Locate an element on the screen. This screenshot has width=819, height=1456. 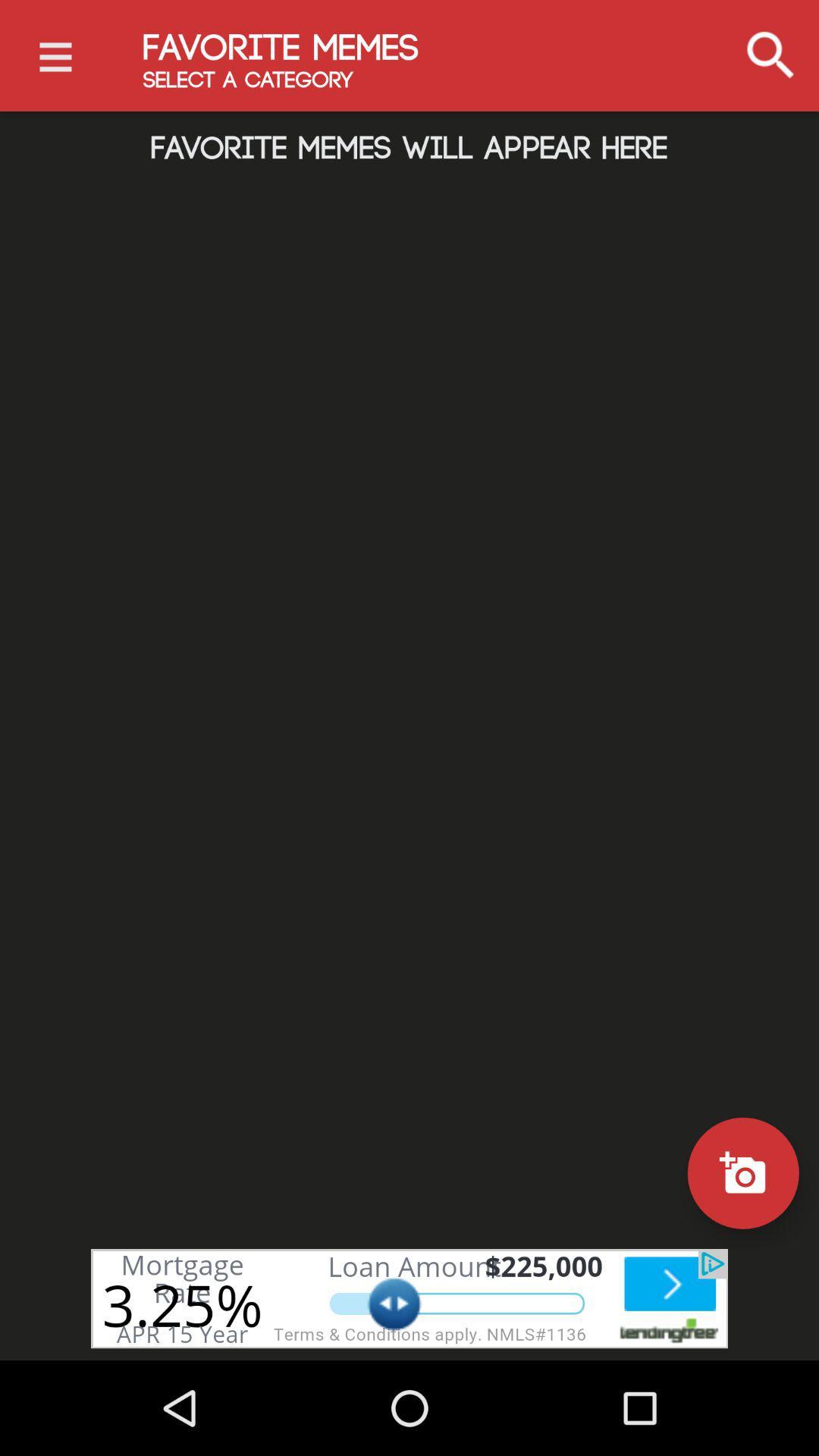
the photo icon is located at coordinates (742, 1172).